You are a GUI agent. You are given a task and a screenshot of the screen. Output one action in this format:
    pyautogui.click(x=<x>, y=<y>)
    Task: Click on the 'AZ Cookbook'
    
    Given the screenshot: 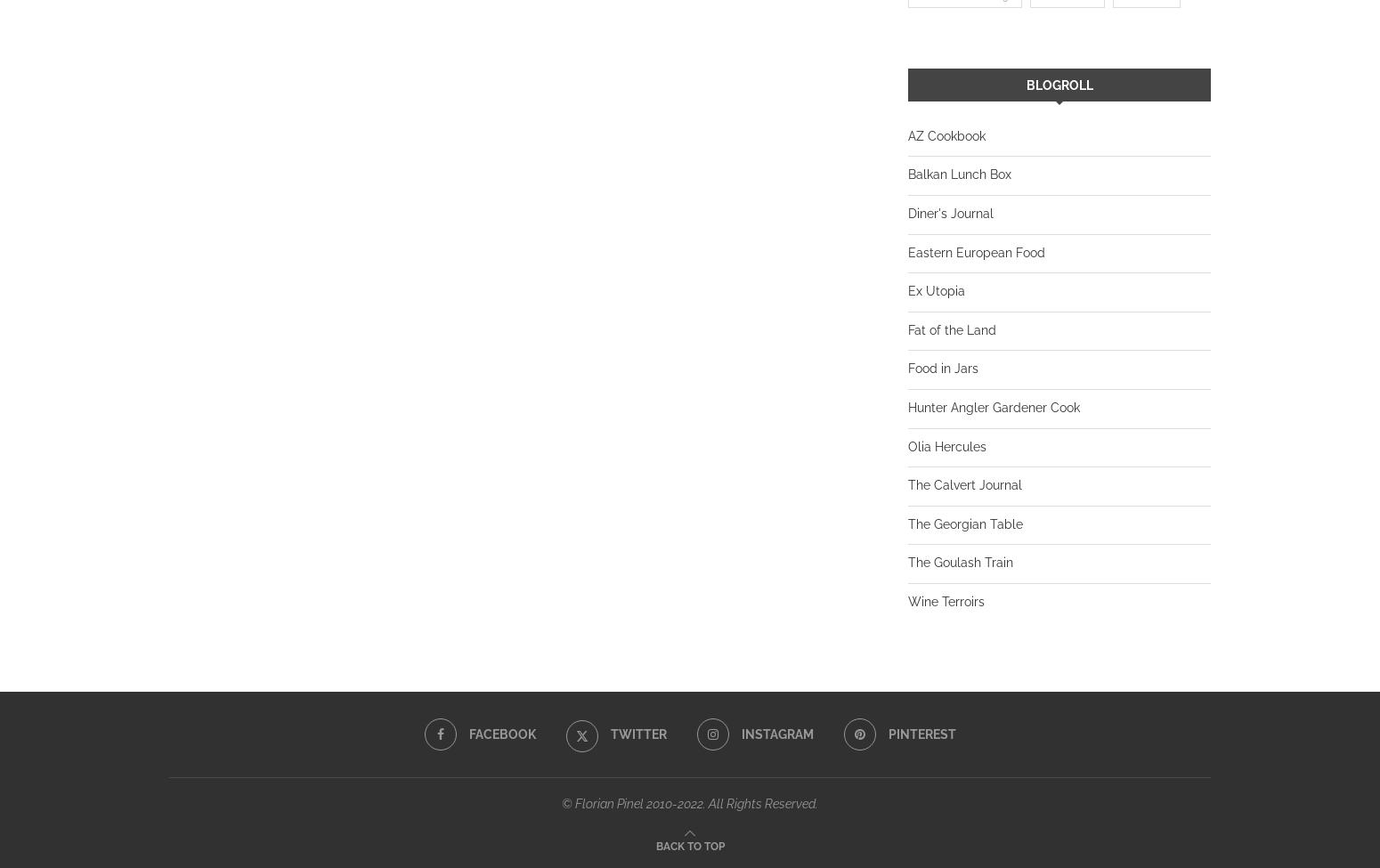 What is the action you would take?
    pyautogui.click(x=946, y=134)
    